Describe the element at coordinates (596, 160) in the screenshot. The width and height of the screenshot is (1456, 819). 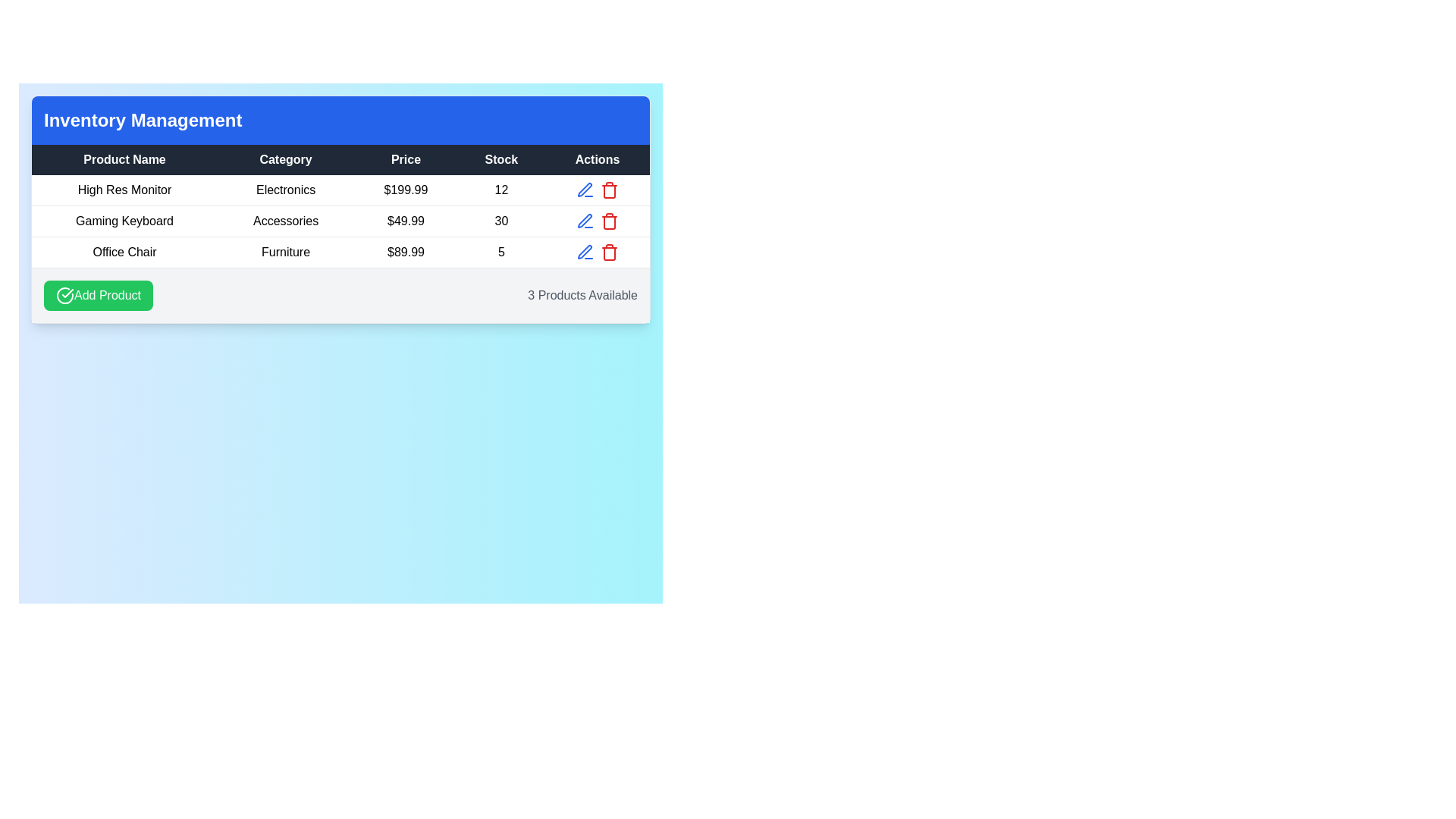
I see `the text label displaying 'Actions' in bold white font, which is the last header in the table row of column headers` at that location.